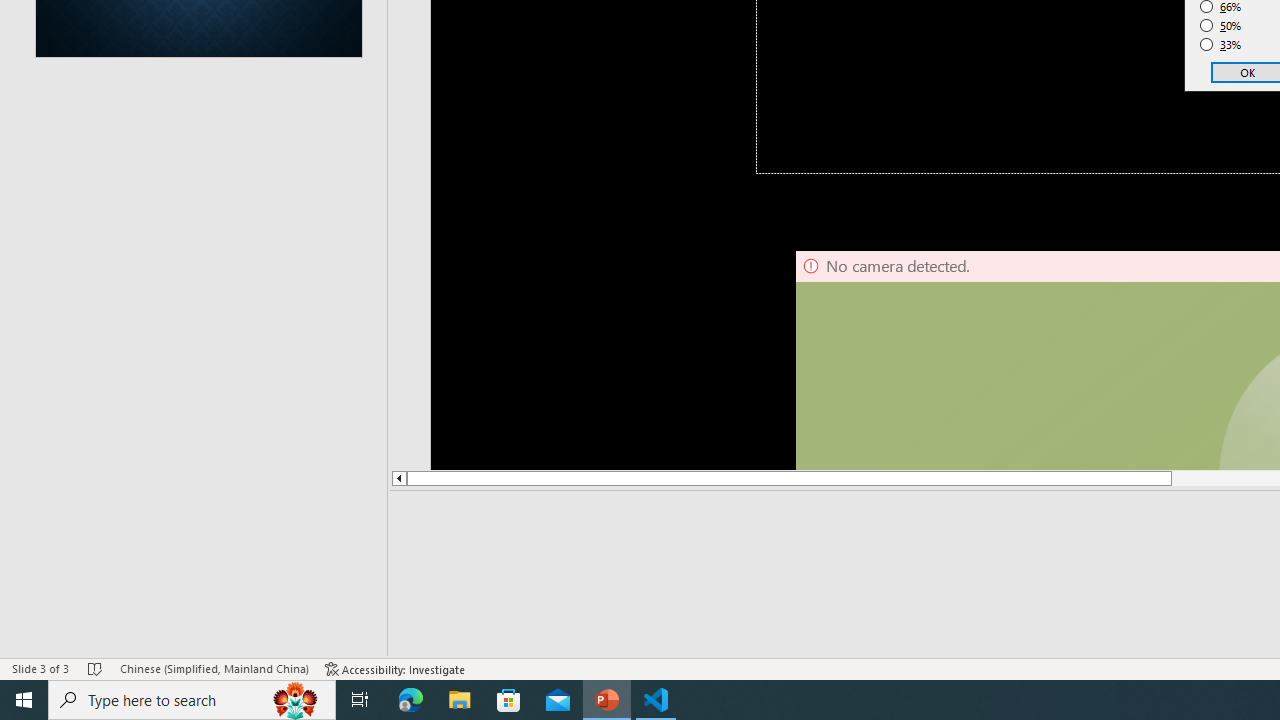 This screenshot has height=720, width=1280. I want to click on 'Search highlights icon opens search home window', so click(294, 698).